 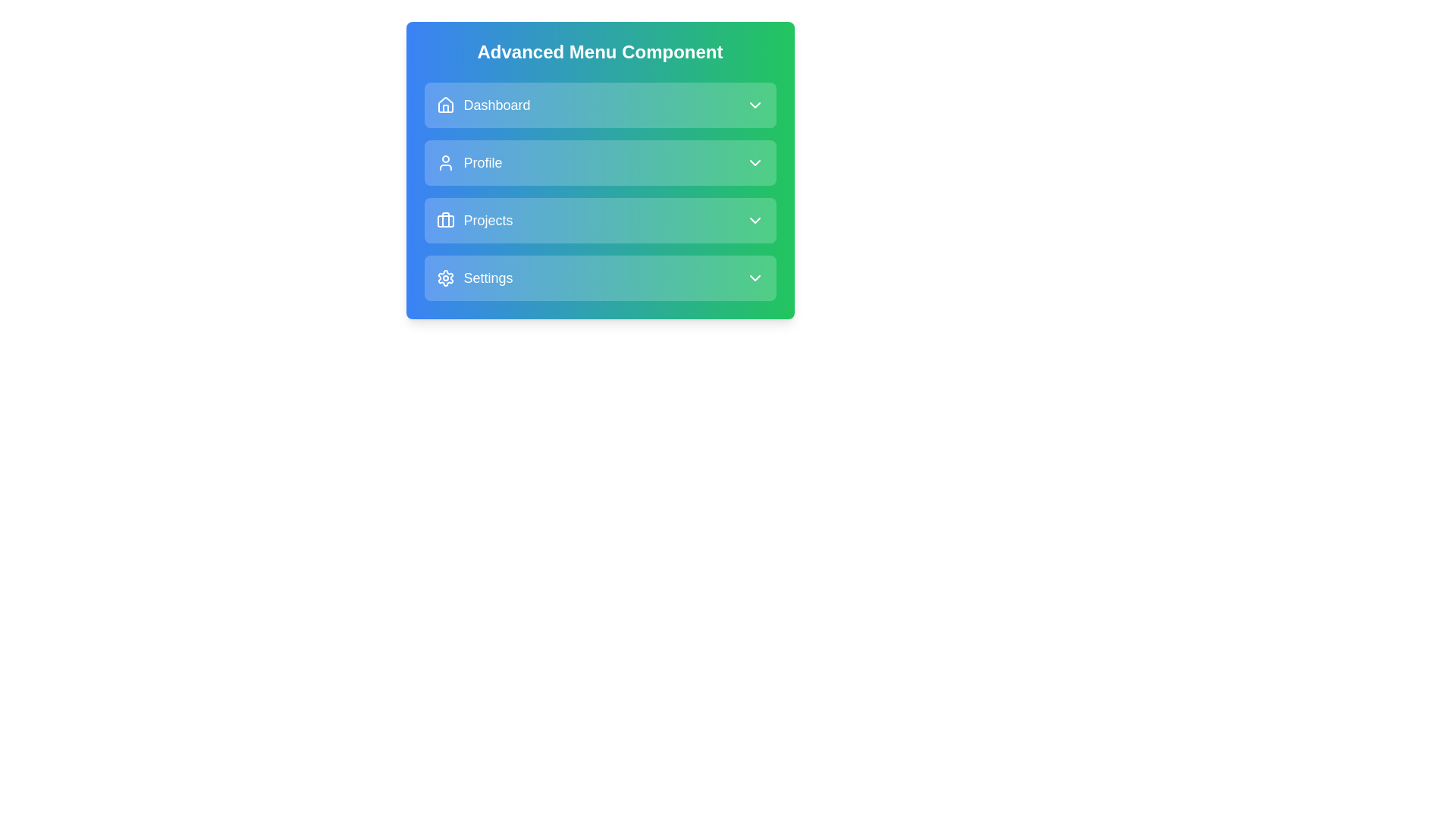 I want to click on the narrow vertical shape inside the briefcase icon located to the left of the 'Projects' text in the third list item of the vertically stacked menu, so click(x=444, y=219).